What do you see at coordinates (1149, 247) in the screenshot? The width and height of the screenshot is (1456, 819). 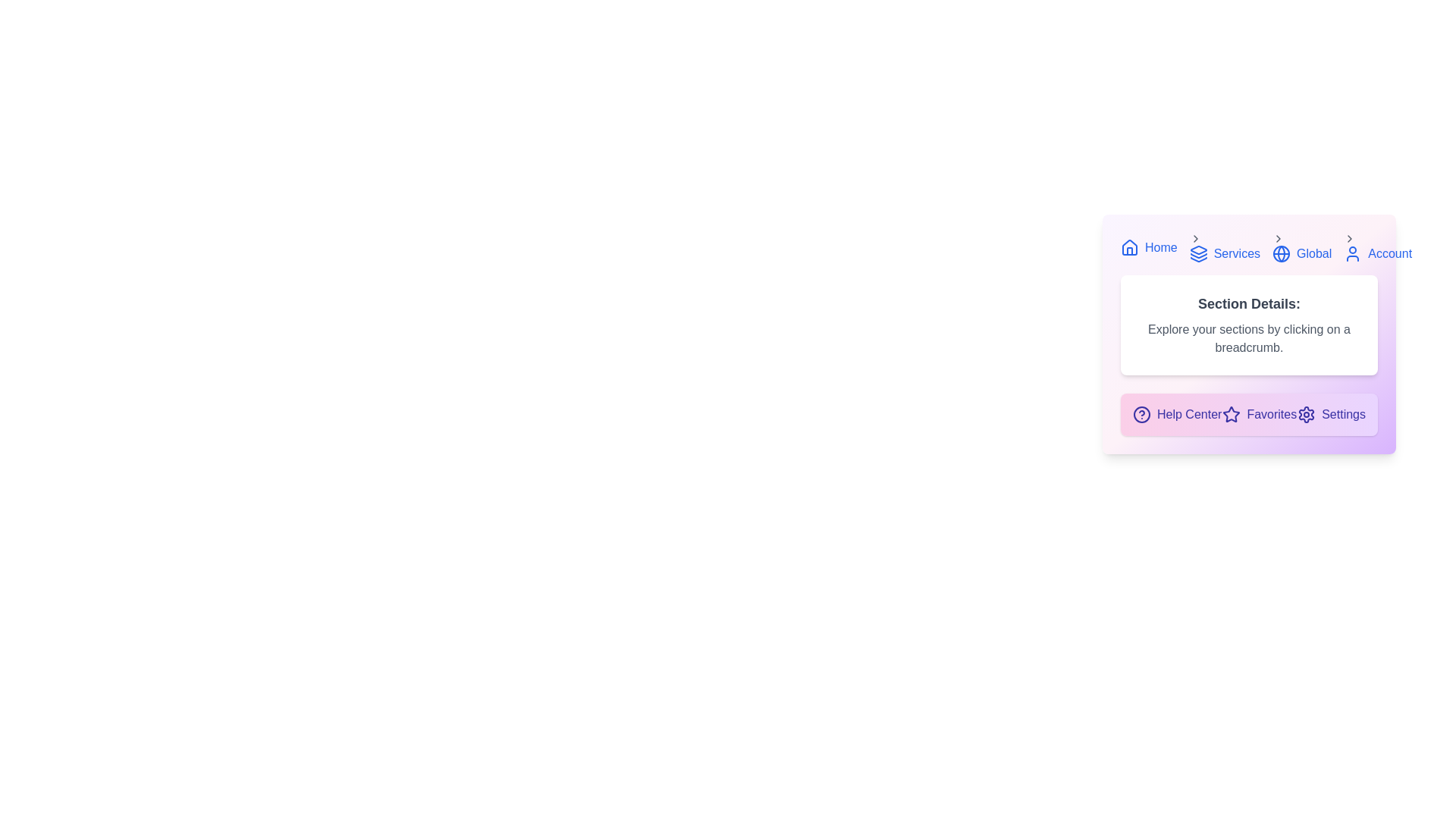 I see `the 'Home' breadcrumb link, which is the first item in the breadcrumb navigation bar at the top left, to trigger the visual underline effect` at bounding box center [1149, 247].